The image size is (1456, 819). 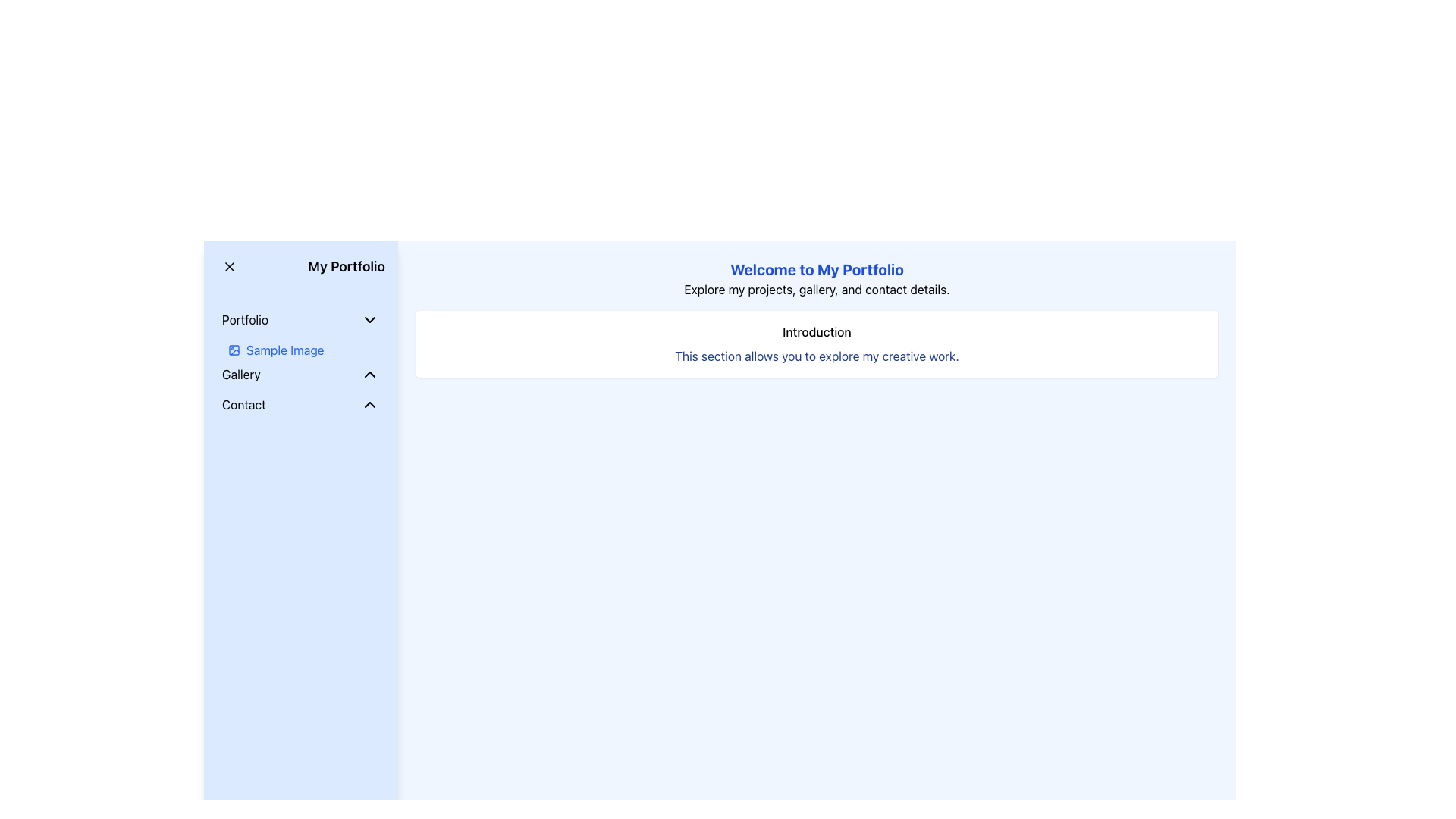 I want to click on the 'Portfolio' dropdown button located in the left sidebar menu, which is highlighted when hovered over, so click(x=300, y=318).